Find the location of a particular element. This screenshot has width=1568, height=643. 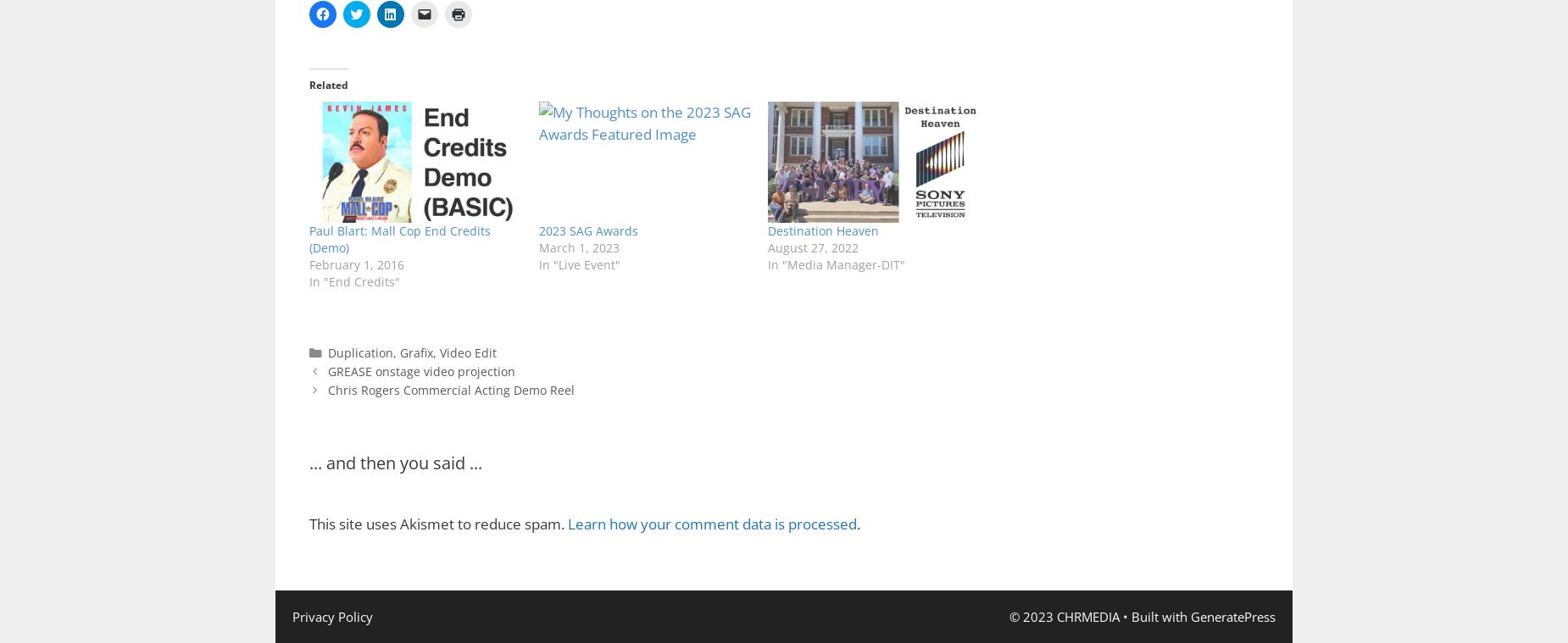

'... and then you said ...' is located at coordinates (395, 462).